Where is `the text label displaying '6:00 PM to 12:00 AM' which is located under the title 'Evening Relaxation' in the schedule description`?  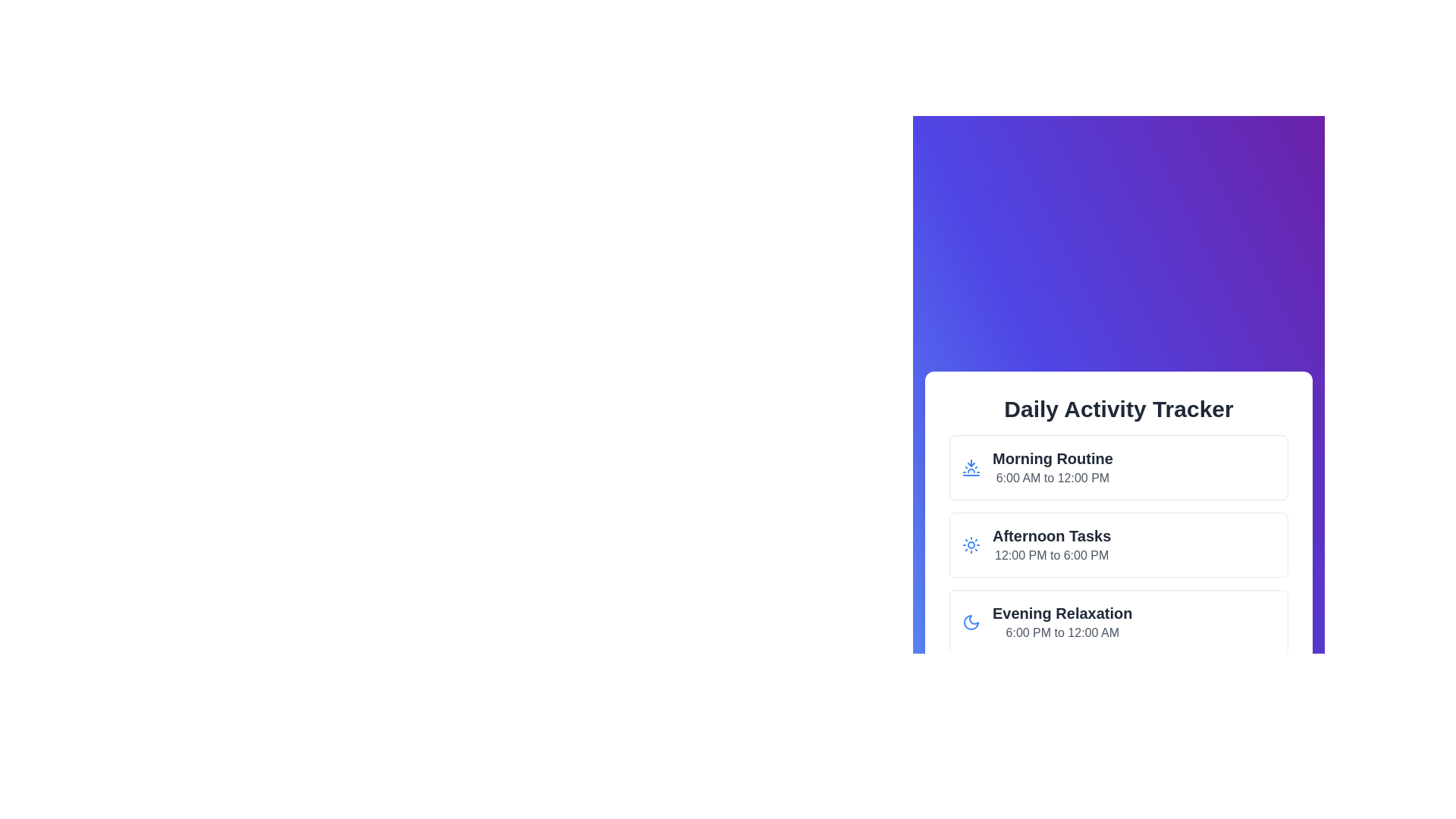
the text label displaying '6:00 PM to 12:00 AM' which is located under the title 'Evening Relaxation' in the schedule description is located at coordinates (1062, 632).